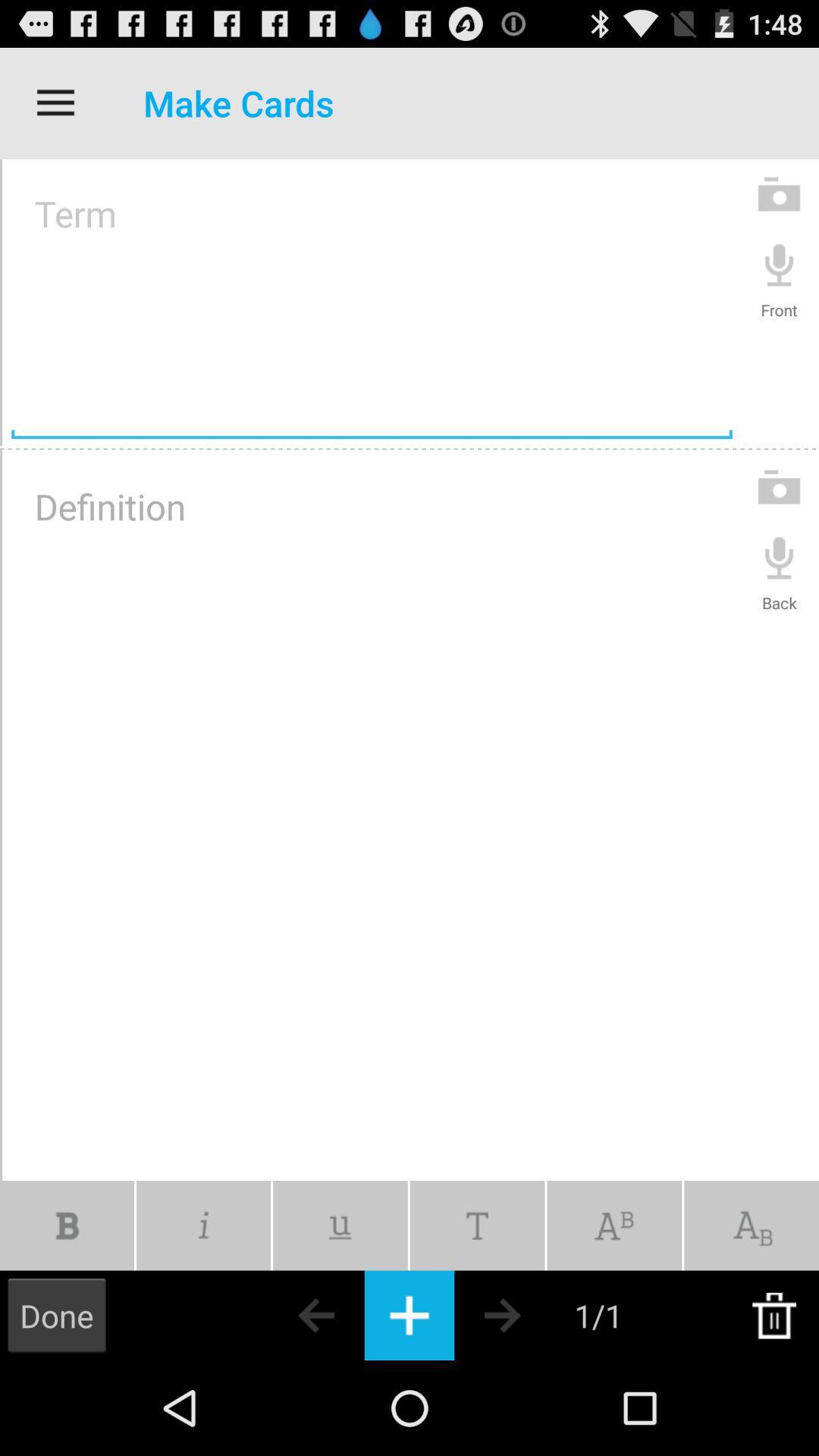 The image size is (819, 1456). What do you see at coordinates (339, 1225) in the screenshot?
I see `taggle autoplay option` at bounding box center [339, 1225].